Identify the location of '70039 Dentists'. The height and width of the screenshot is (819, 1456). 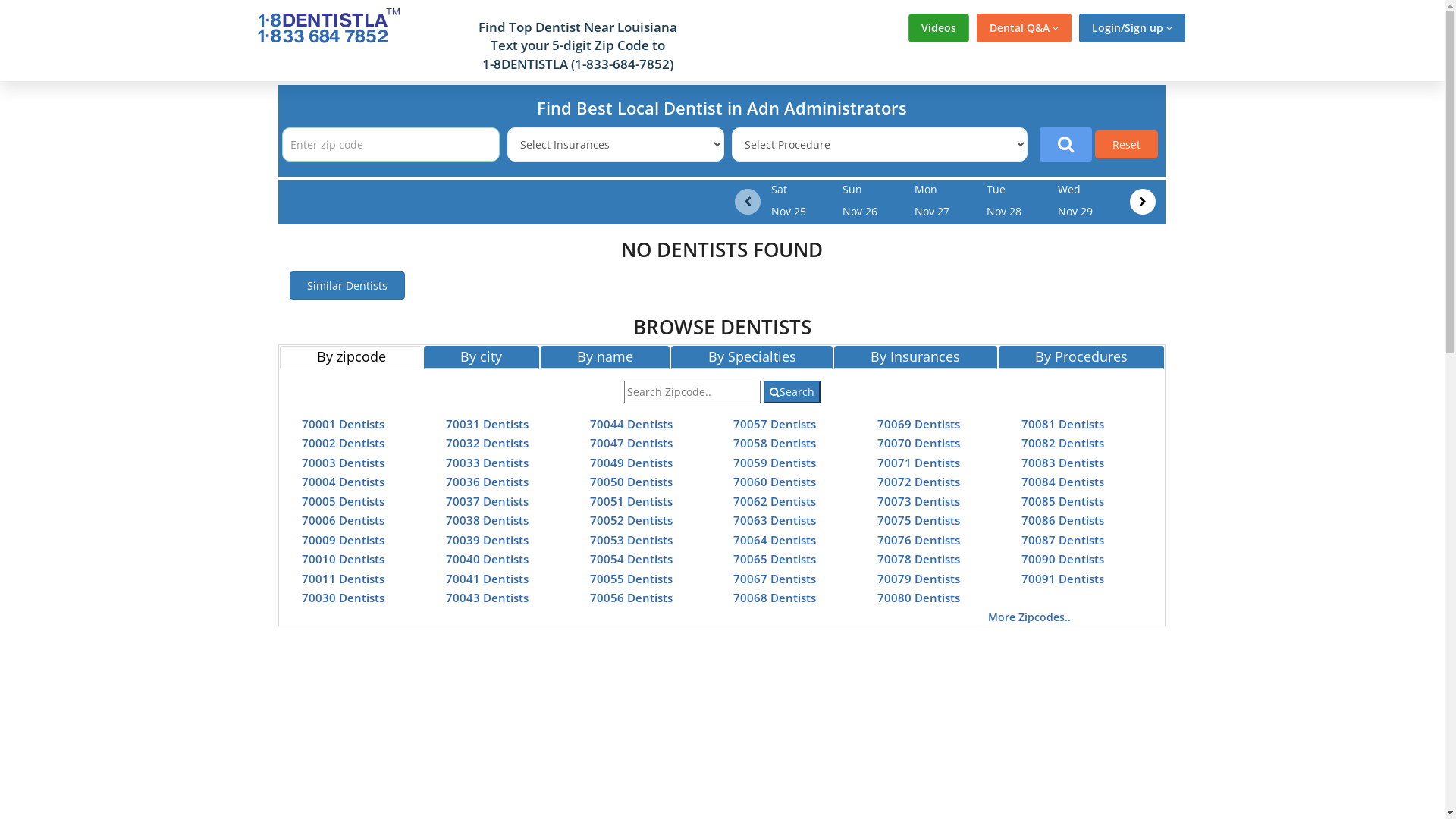
(487, 539).